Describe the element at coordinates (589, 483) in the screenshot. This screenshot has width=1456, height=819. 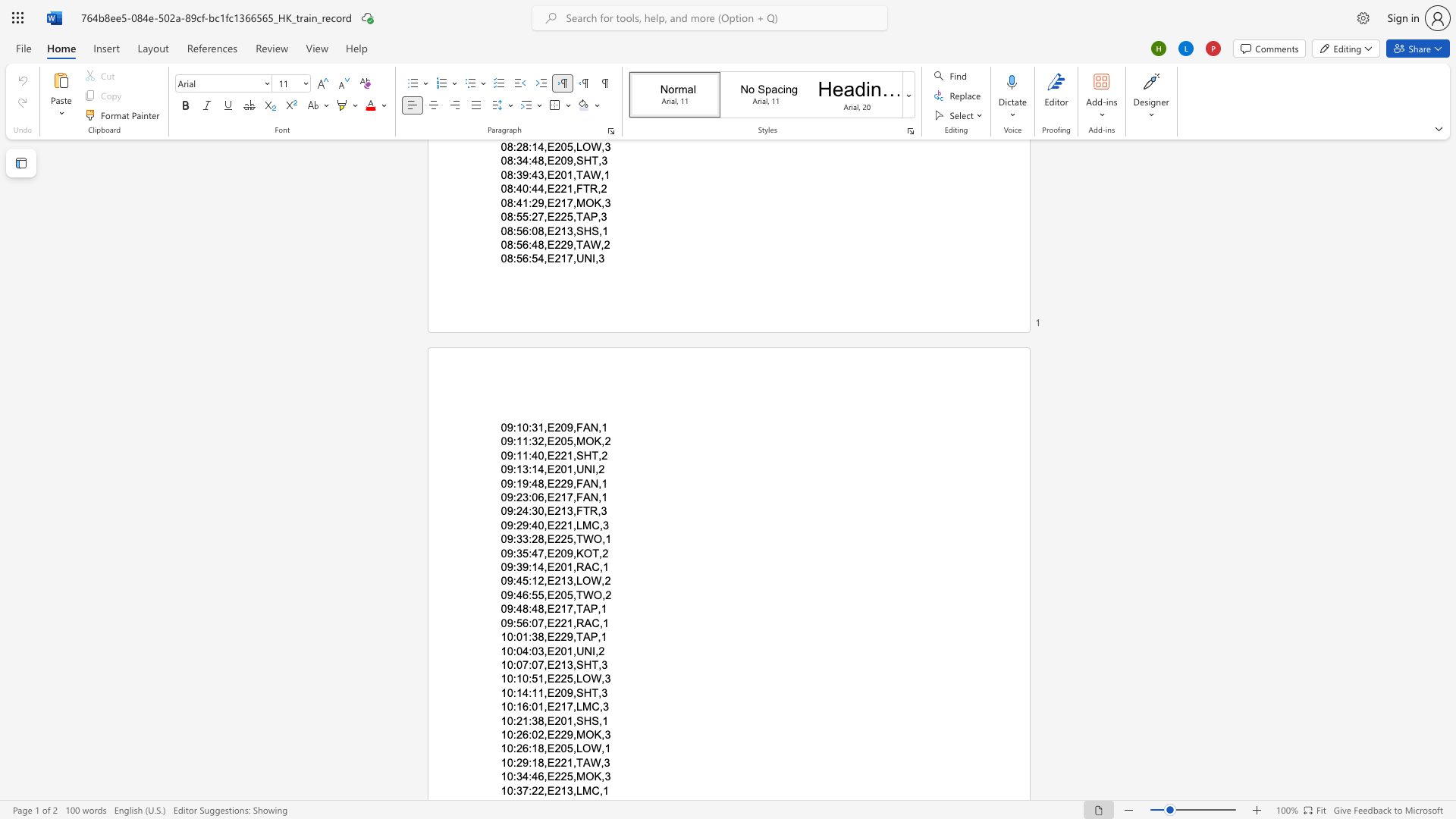
I see `the subset text "N," within the text "09:19:48,E229,FAN,1"` at that location.